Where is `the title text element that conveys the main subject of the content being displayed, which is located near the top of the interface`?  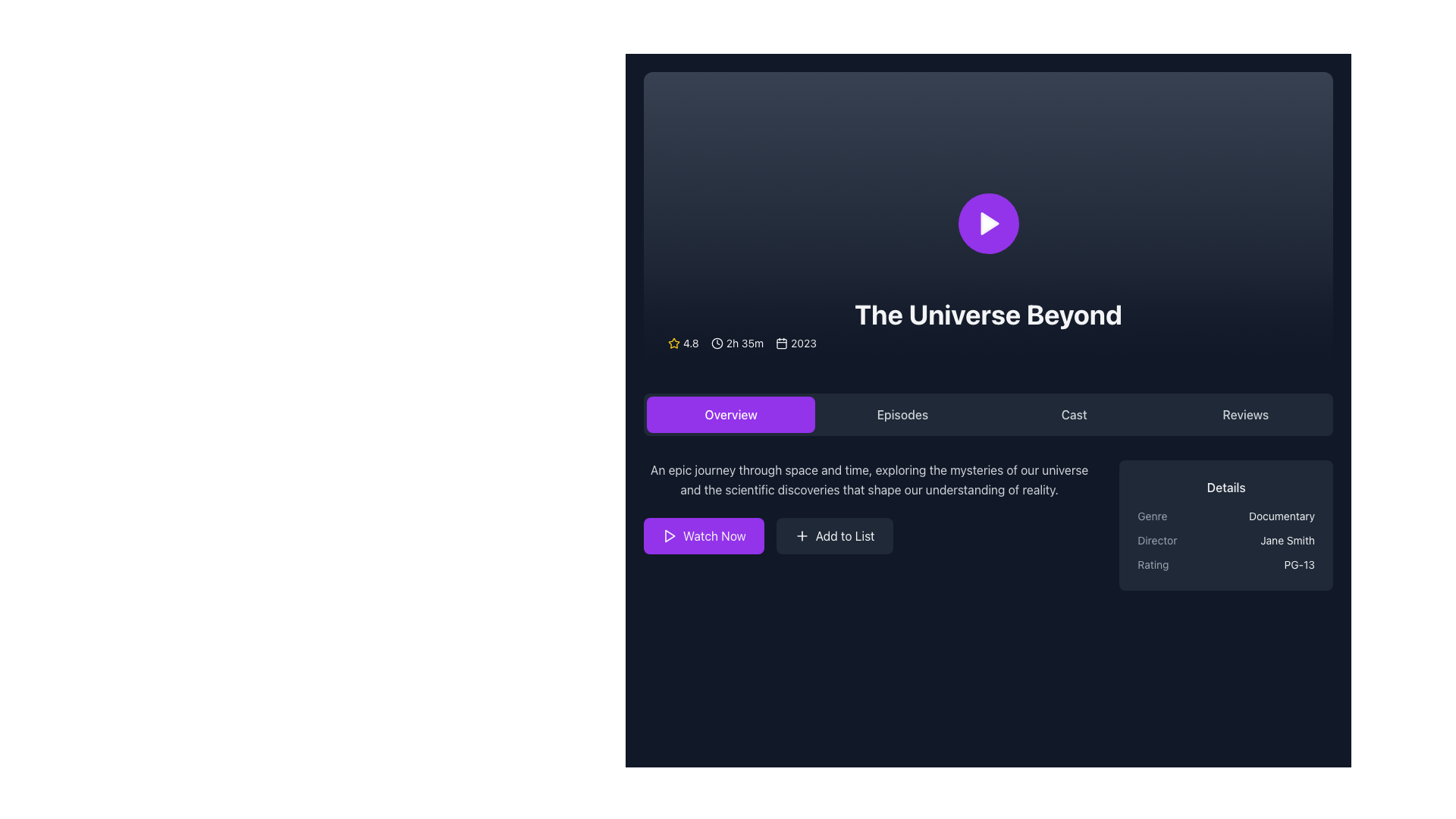 the title text element that conveys the main subject of the content being displayed, which is located near the top of the interface is located at coordinates (988, 314).